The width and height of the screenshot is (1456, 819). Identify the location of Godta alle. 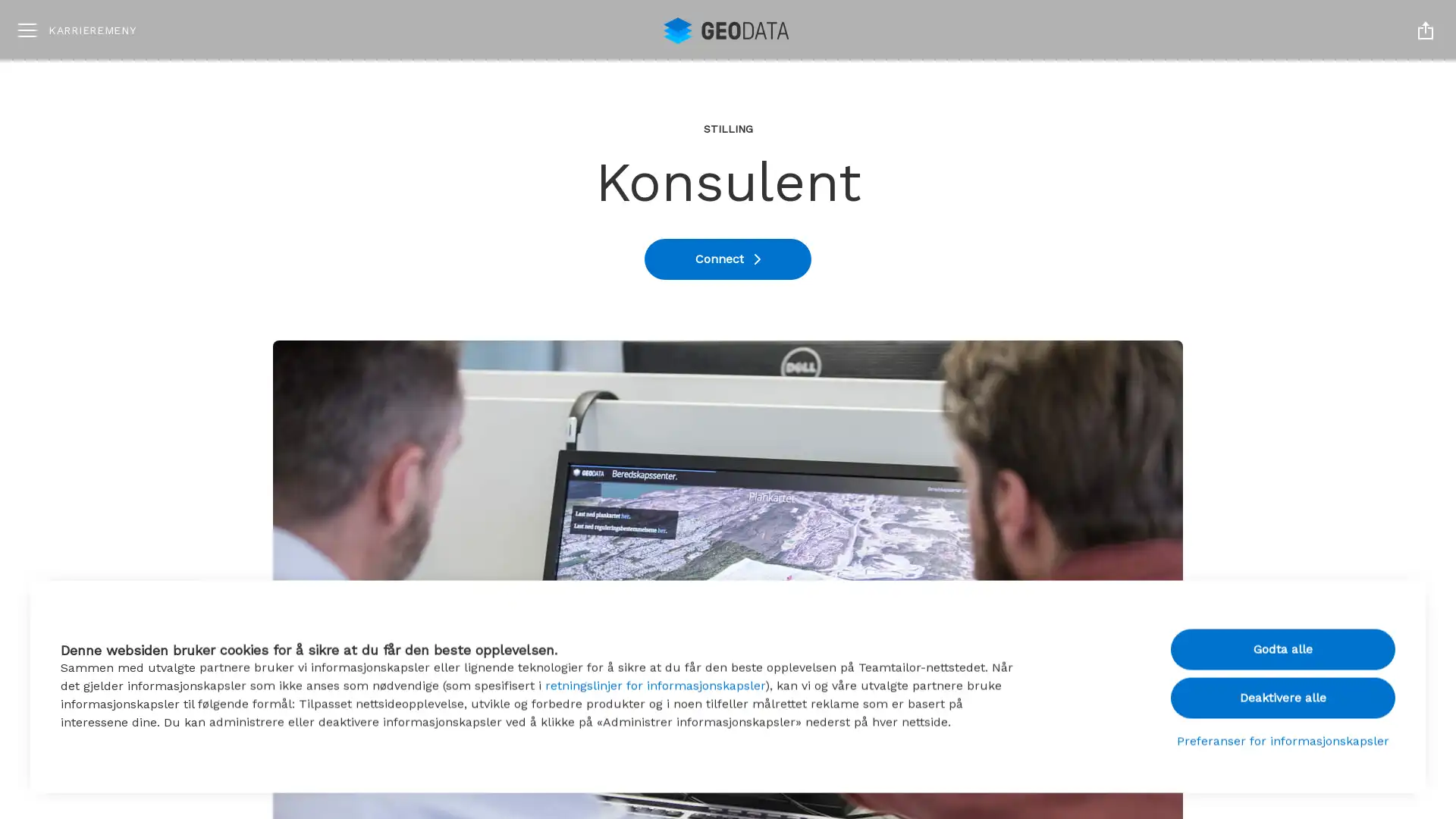
(1282, 645).